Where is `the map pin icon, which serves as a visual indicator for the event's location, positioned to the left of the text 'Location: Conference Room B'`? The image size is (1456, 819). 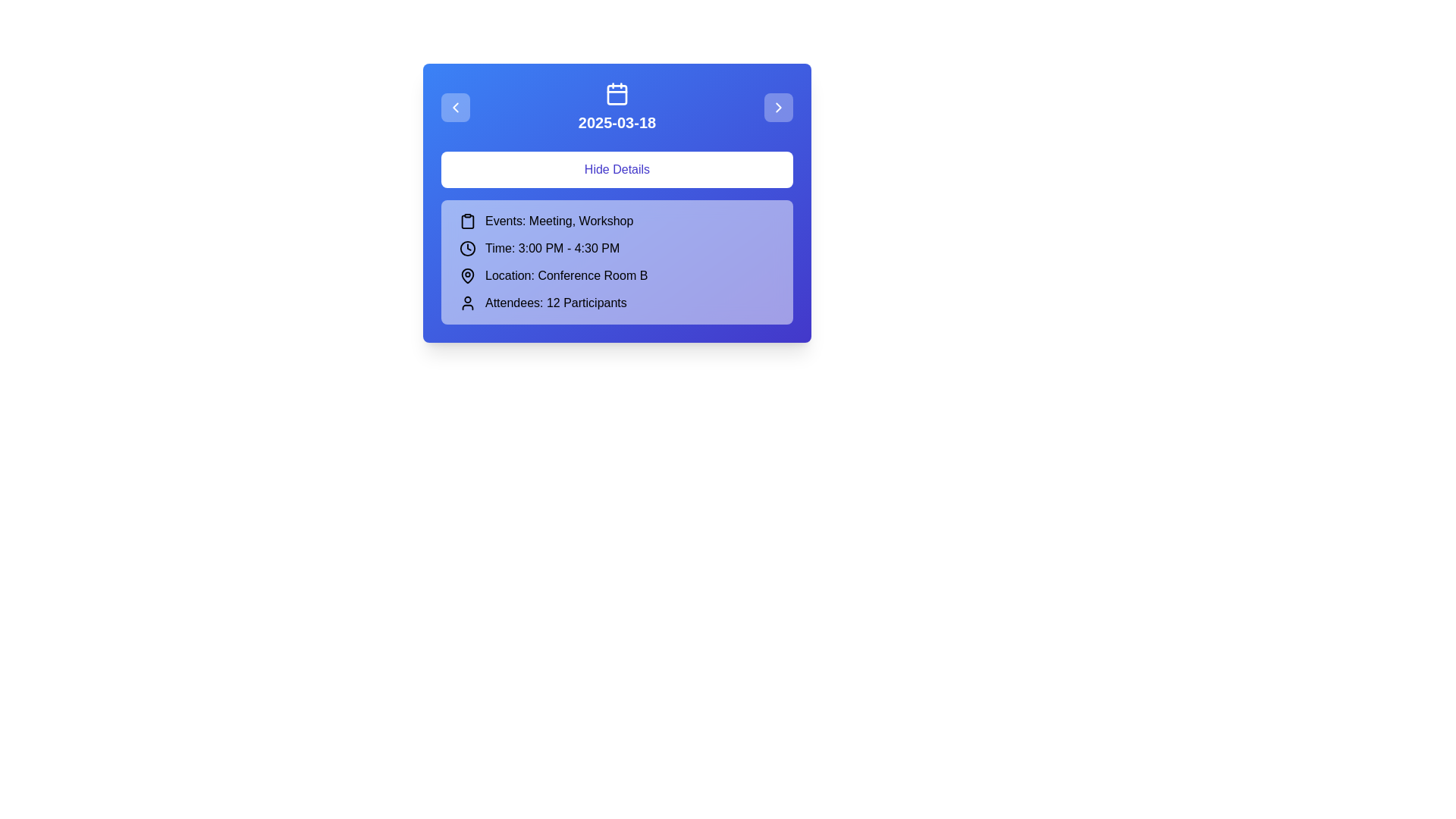 the map pin icon, which serves as a visual indicator for the event's location, positioned to the left of the text 'Location: Conference Room B' is located at coordinates (467, 275).